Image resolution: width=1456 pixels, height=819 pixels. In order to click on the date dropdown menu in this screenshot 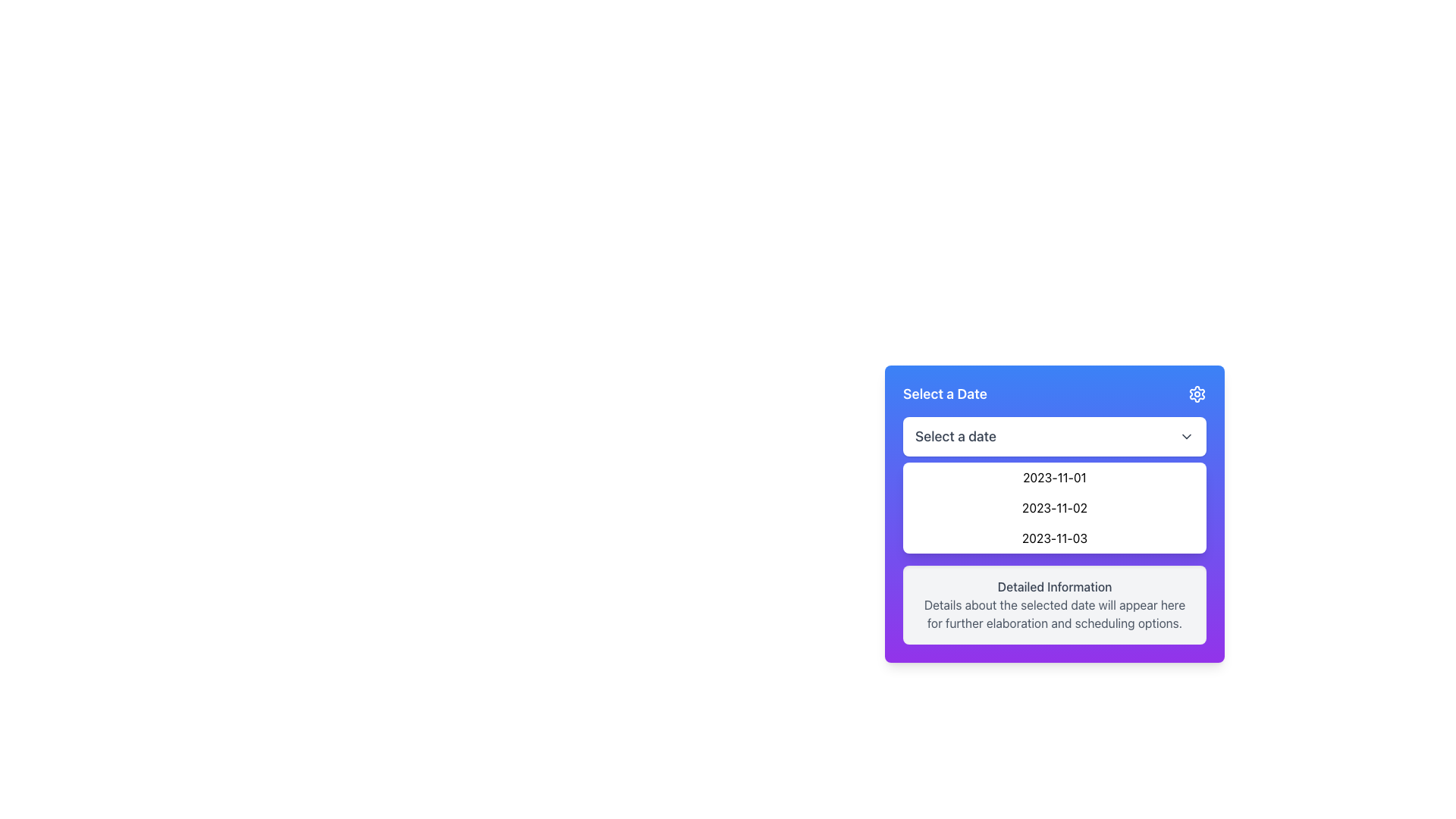, I will do `click(1054, 508)`.